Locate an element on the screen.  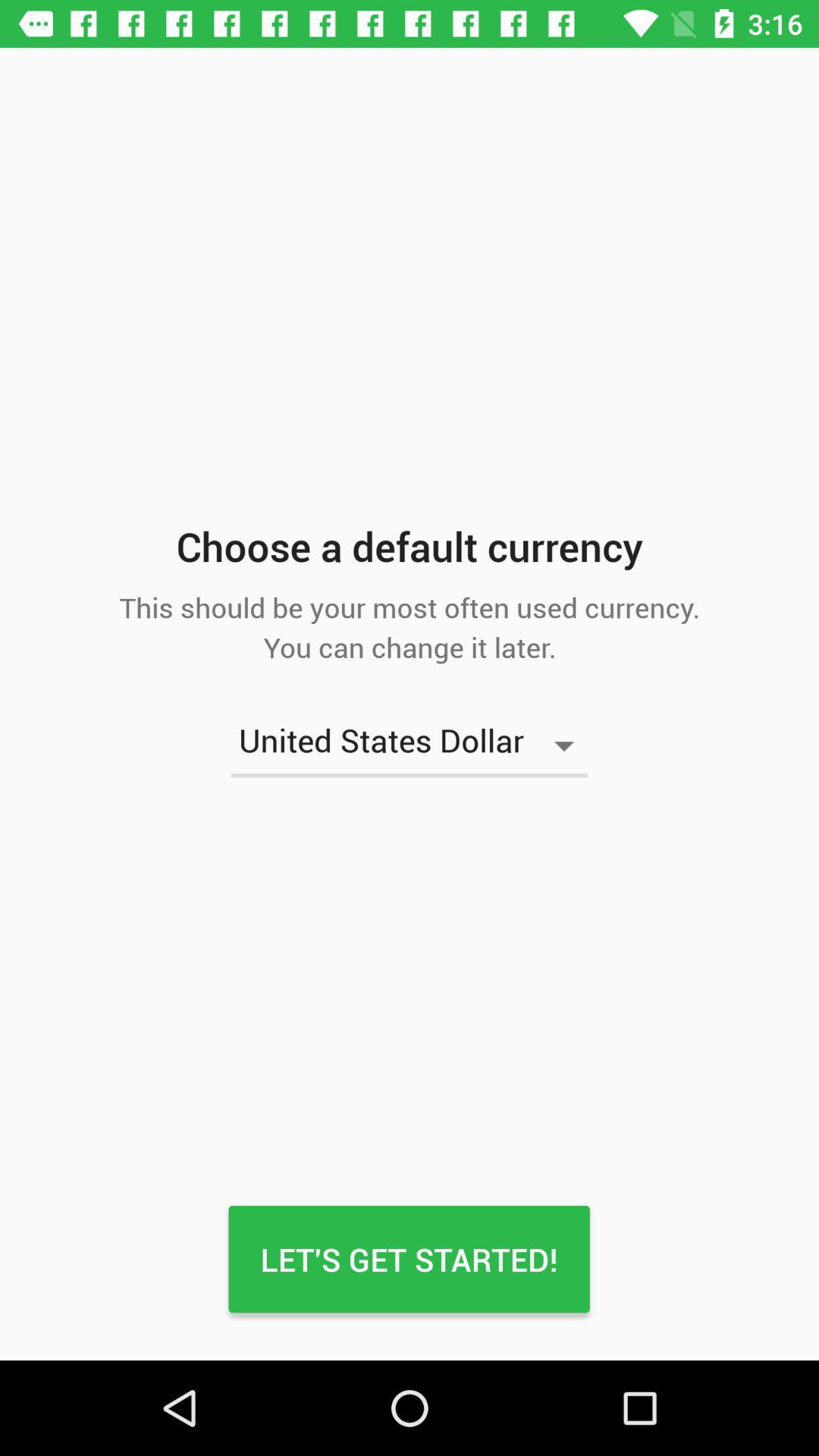
the icon below the united states dollar item is located at coordinates (408, 1259).